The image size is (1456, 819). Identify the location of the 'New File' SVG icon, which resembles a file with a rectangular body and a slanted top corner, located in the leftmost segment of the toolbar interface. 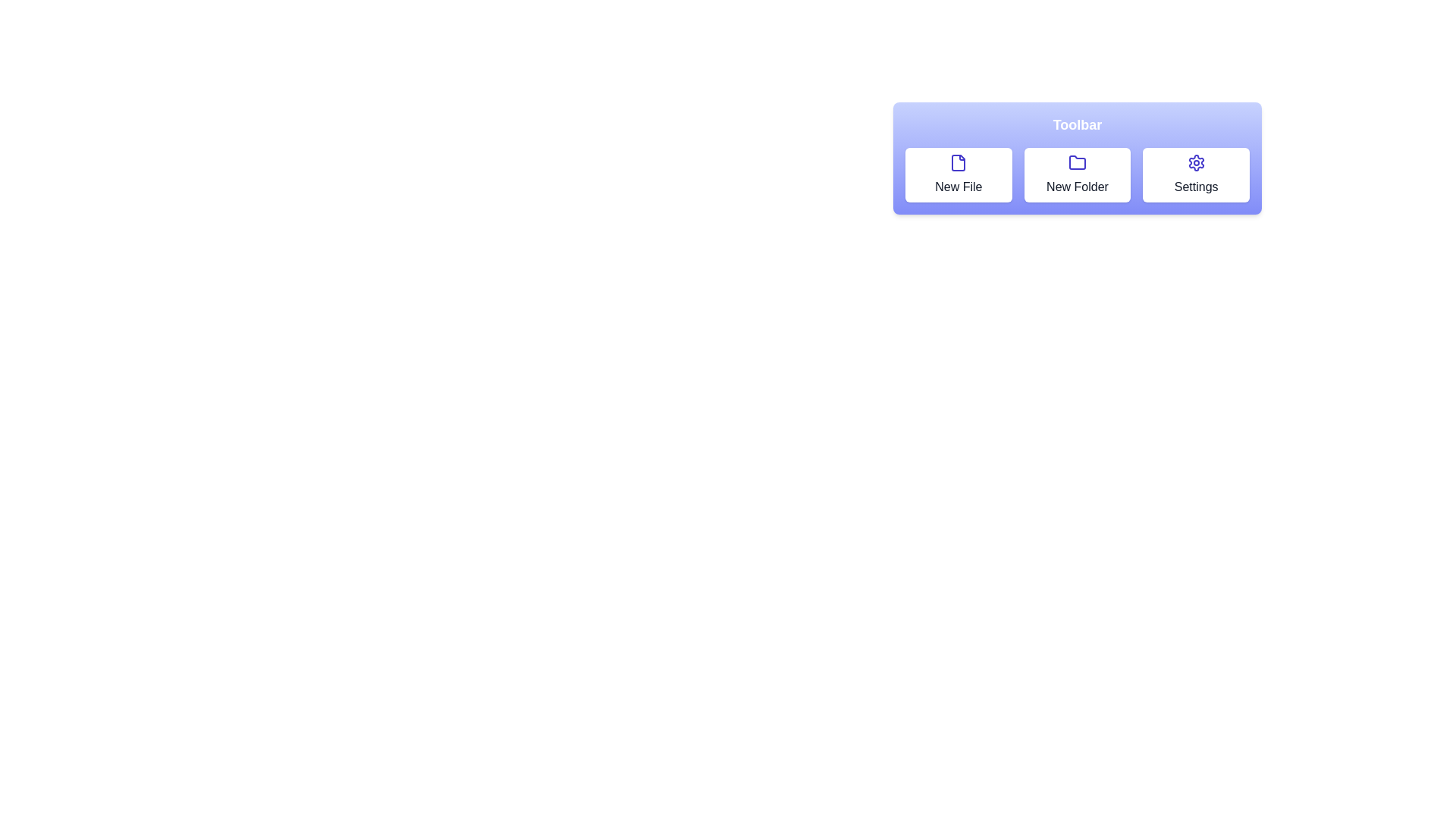
(958, 163).